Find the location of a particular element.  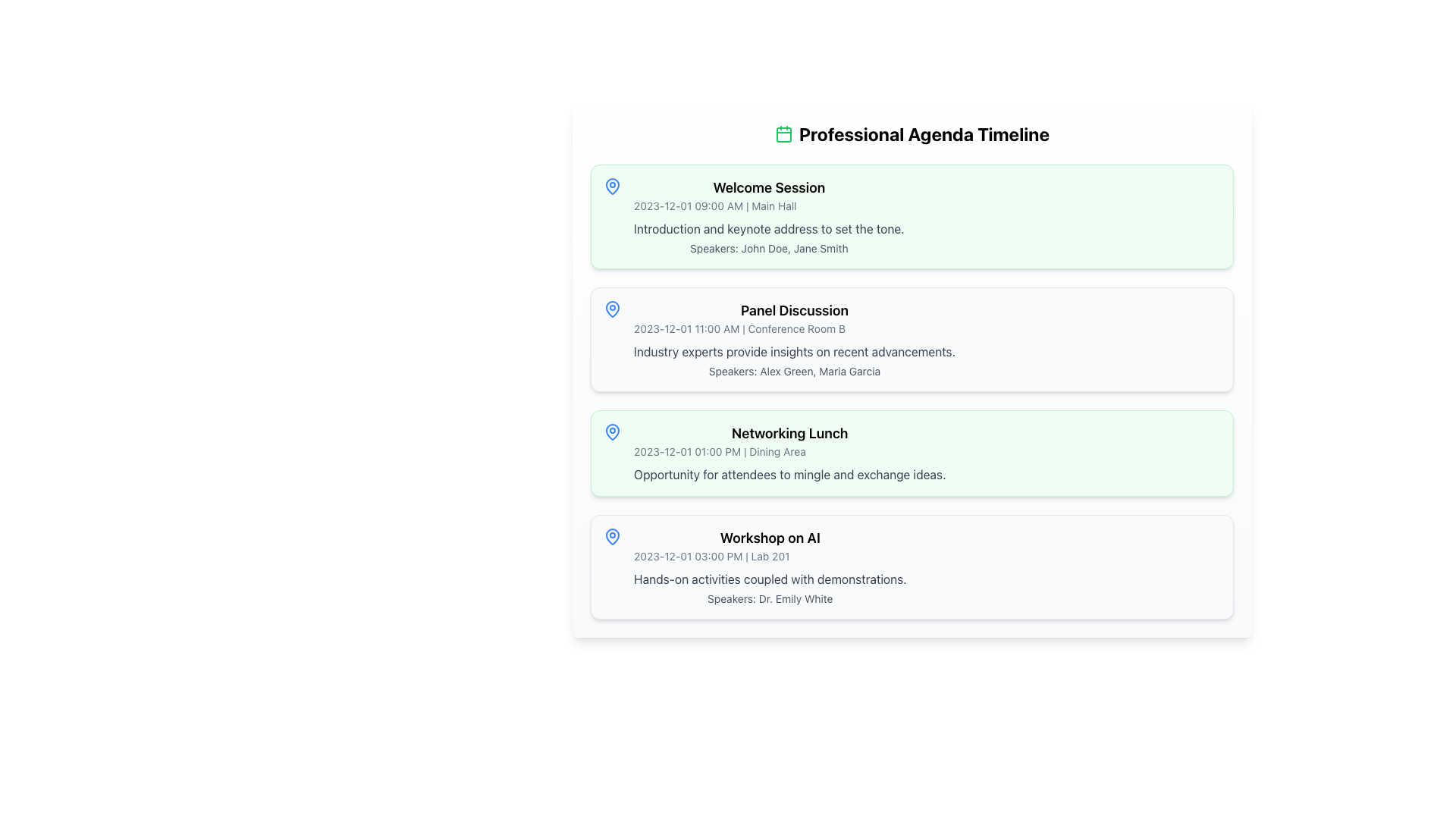

the Text Label that provides additional information about the event's schedule and location, located in the center of the fourth event card, directly below the 'Workshop on AI' title is located at coordinates (770, 556).